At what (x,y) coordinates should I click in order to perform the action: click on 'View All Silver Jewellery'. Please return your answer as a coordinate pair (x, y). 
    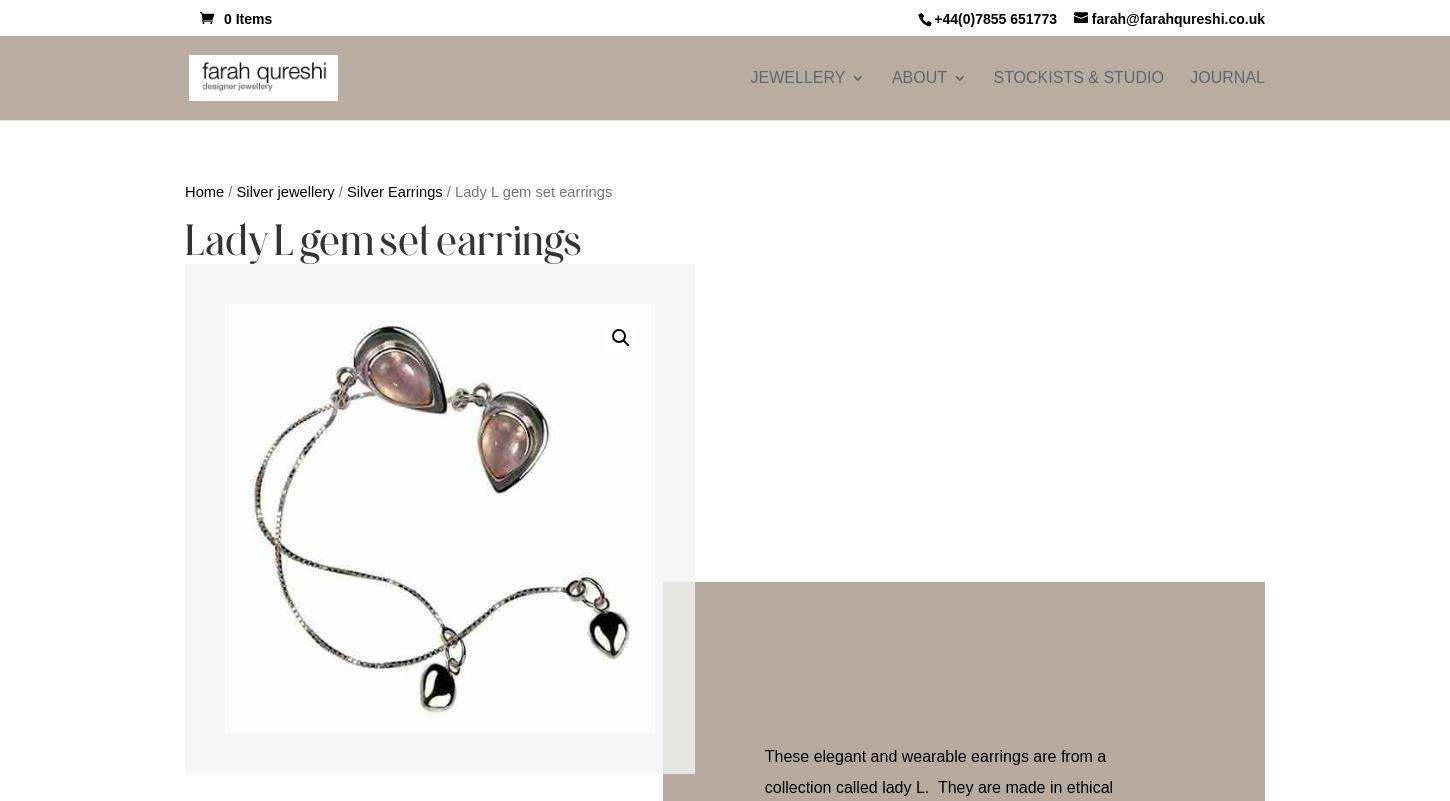
    Looking at the image, I should click on (1029, 575).